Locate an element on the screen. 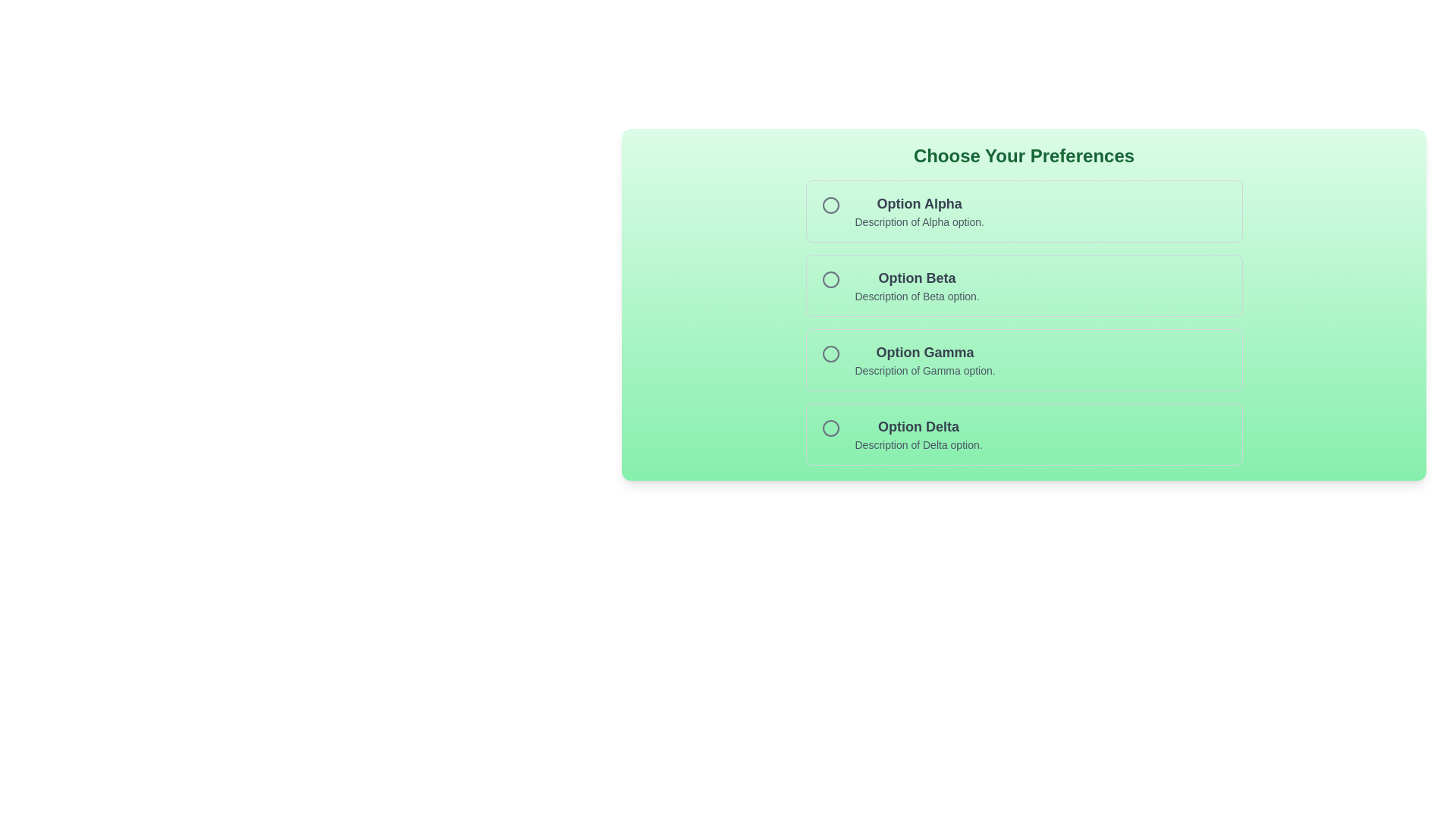 The image size is (1456, 819). the radio button icon located next to the label 'Option Delta' is located at coordinates (830, 428).